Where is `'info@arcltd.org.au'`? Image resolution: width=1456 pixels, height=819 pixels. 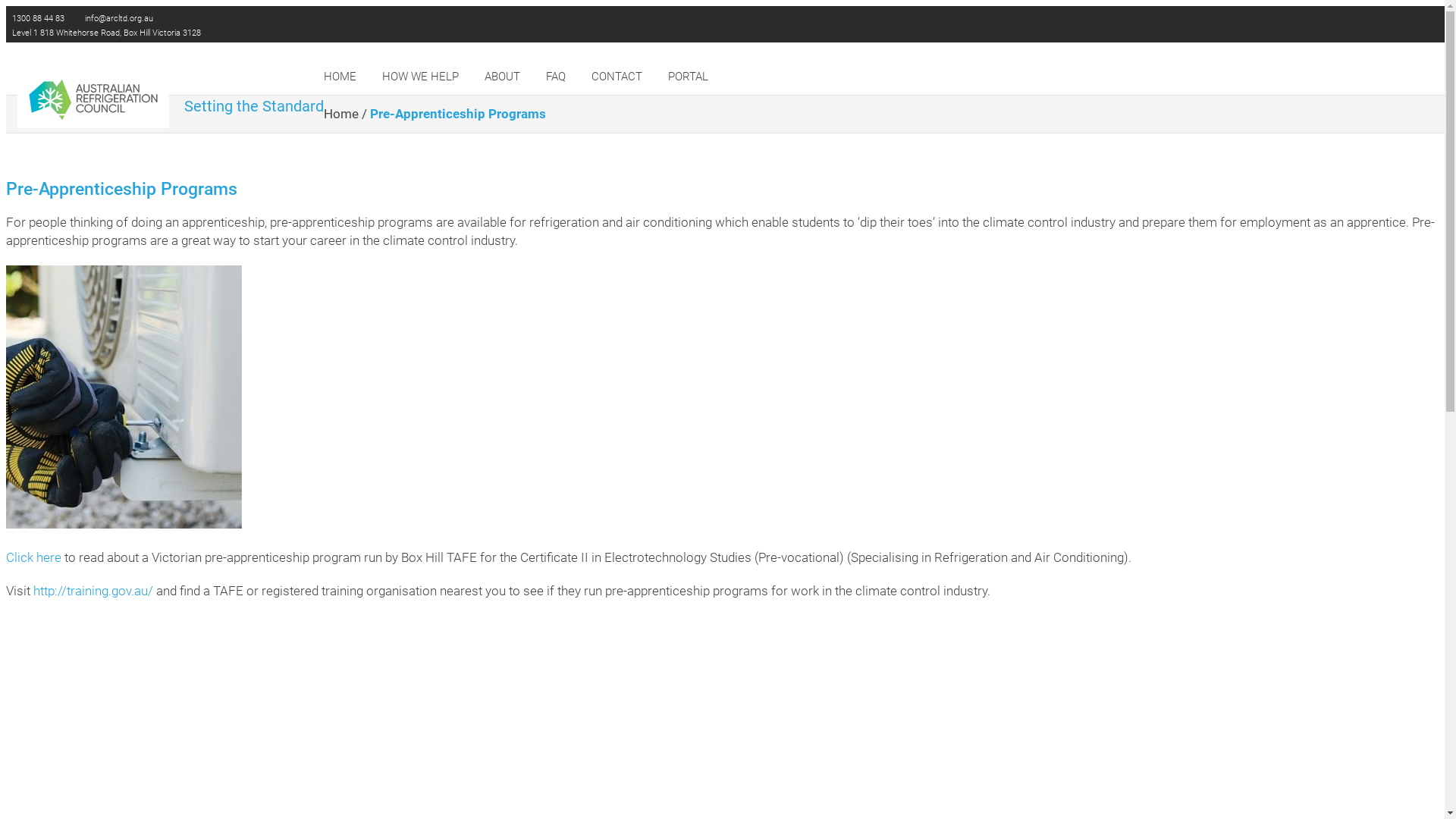 'info@arcltd.org.au' is located at coordinates (117, 18).